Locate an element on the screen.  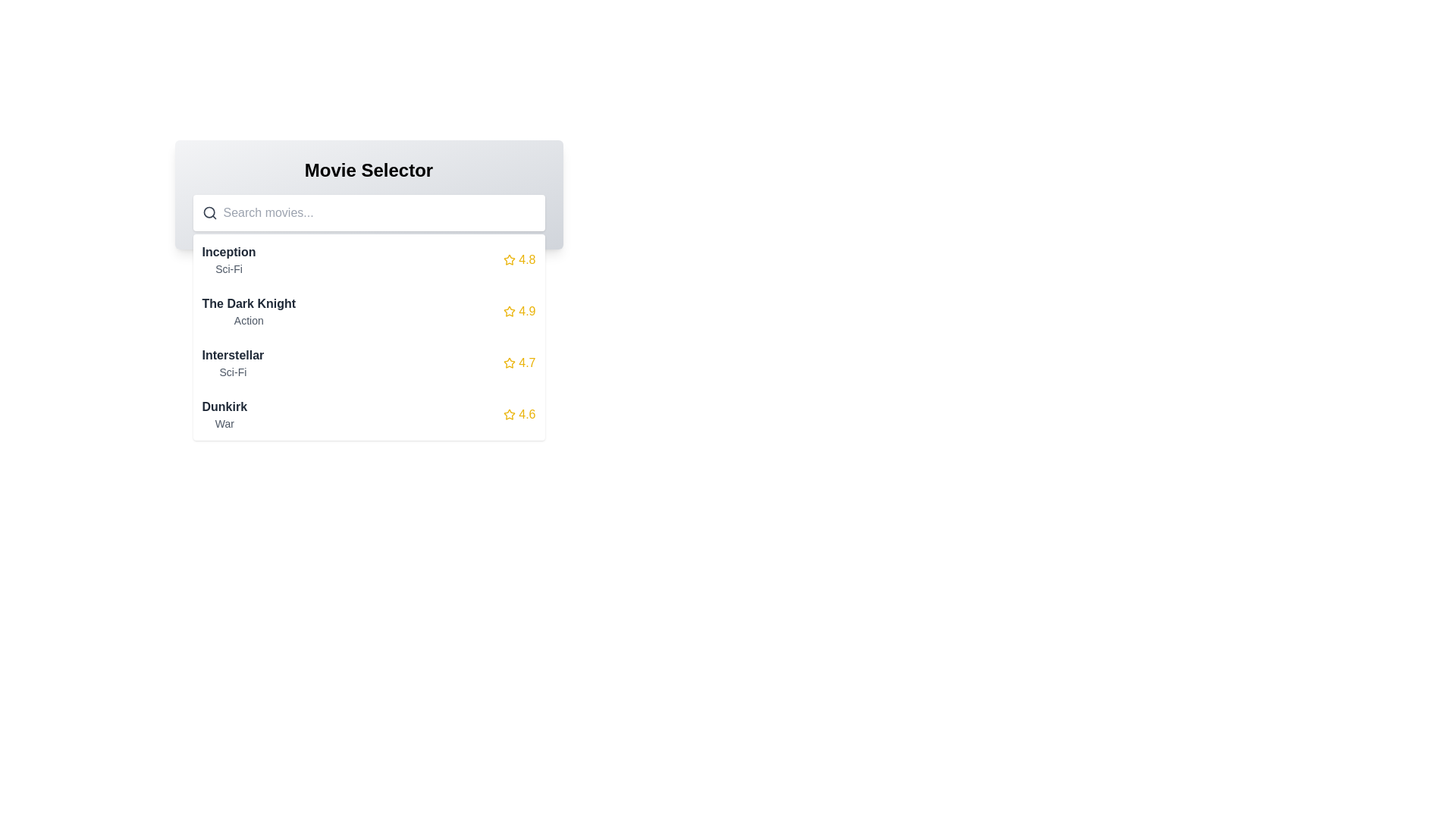
the text label displaying '4.8' in yellow color, which is styled in a bold font and located to the right of a star icon, within the context of the movie 'Inception' is located at coordinates (527, 259).